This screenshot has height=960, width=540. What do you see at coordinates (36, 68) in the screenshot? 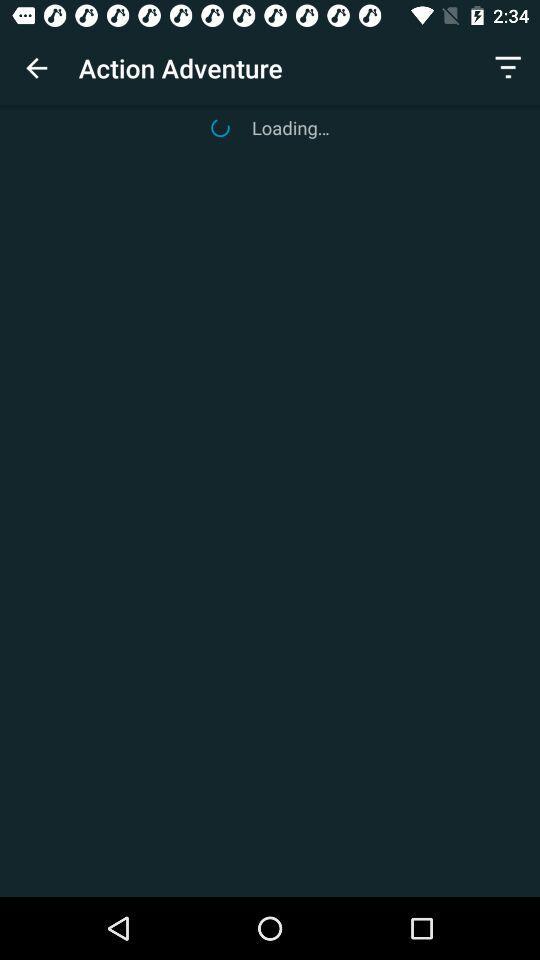
I see `the icon at the top left corner` at bounding box center [36, 68].